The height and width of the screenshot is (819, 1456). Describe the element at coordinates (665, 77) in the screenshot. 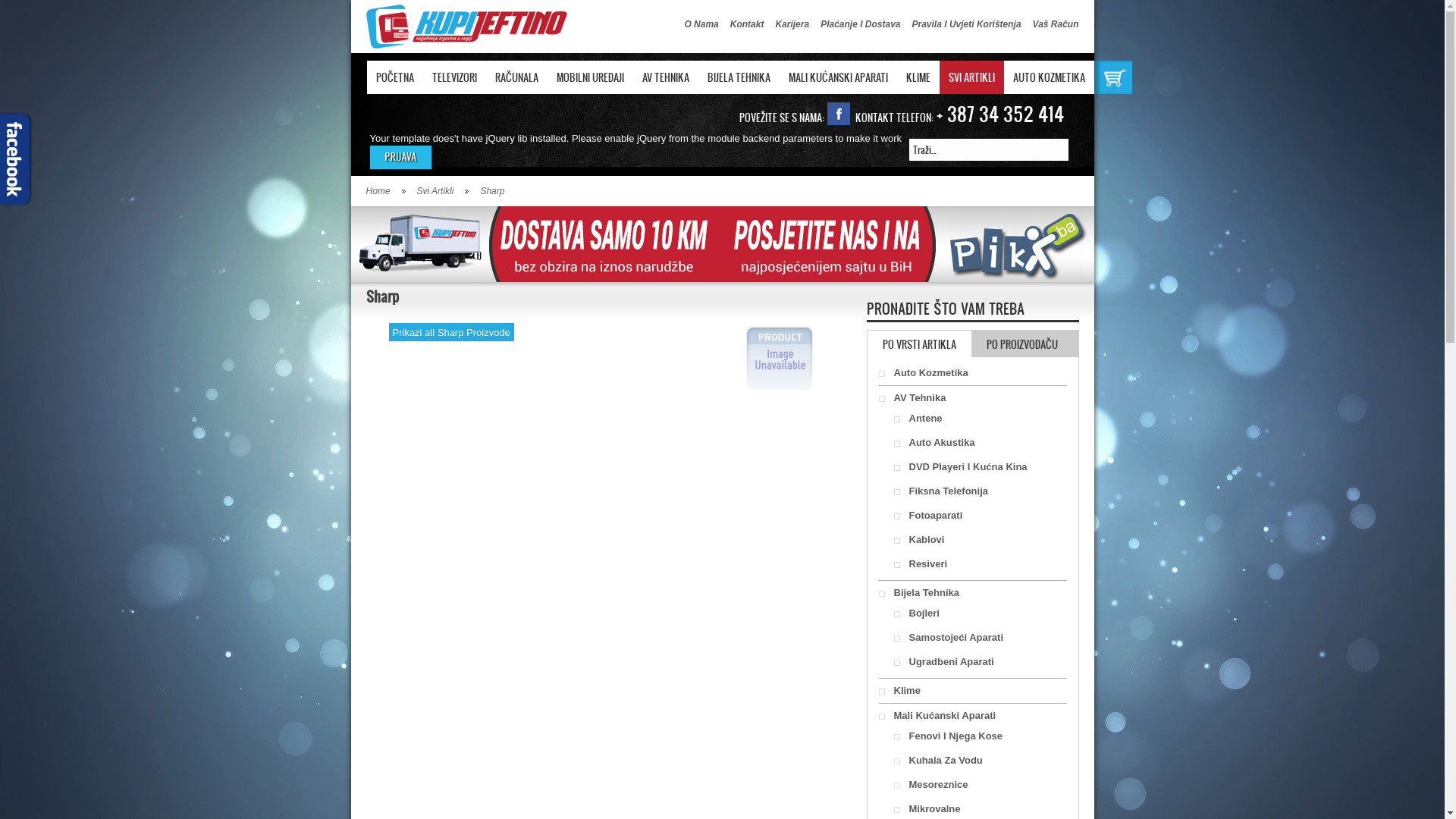

I see `'AV TEHNIKA'` at that location.